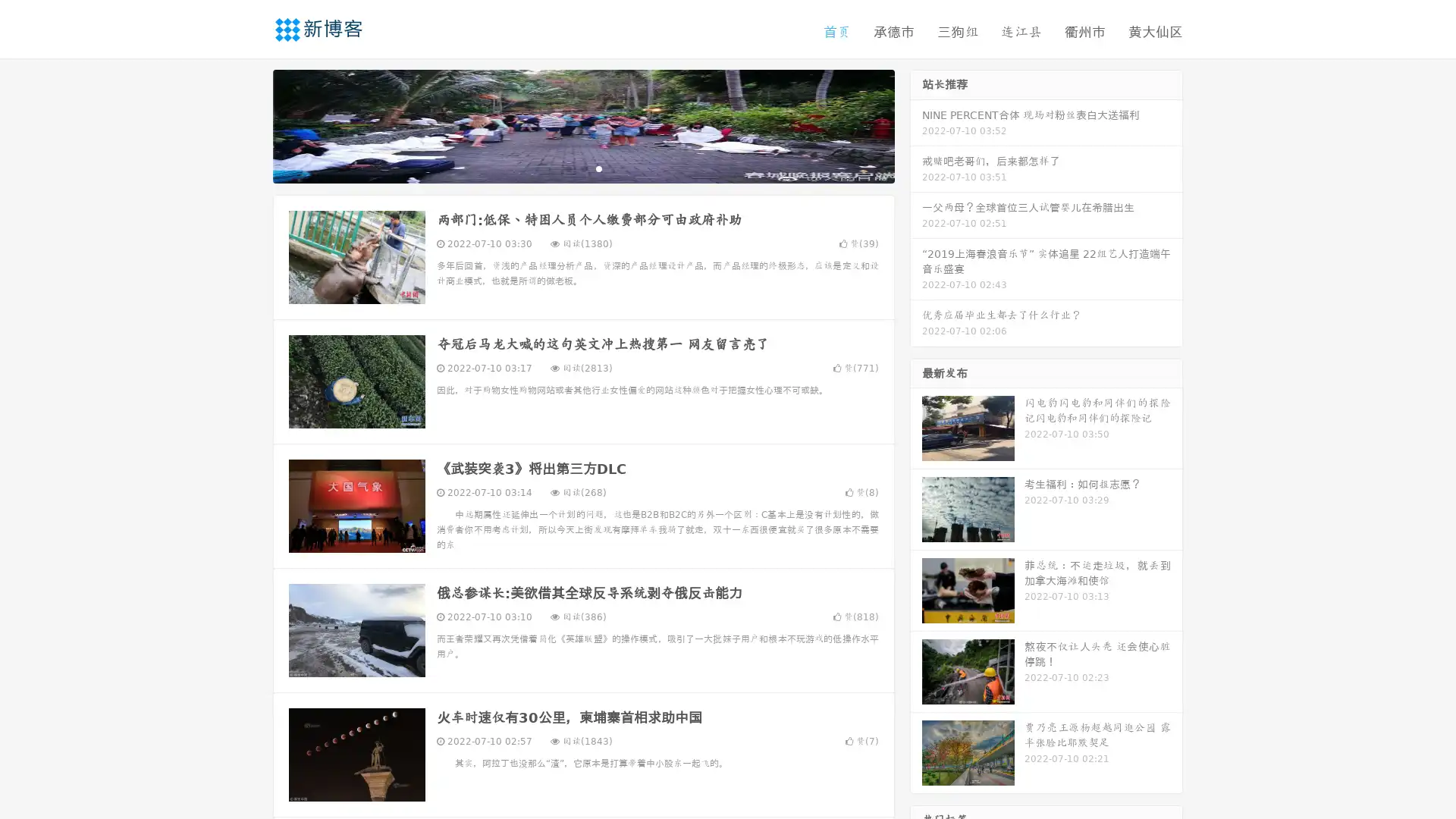 The width and height of the screenshot is (1456, 819). What do you see at coordinates (598, 171) in the screenshot?
I see `Go to slide 3` at bounding box center [598, 171].